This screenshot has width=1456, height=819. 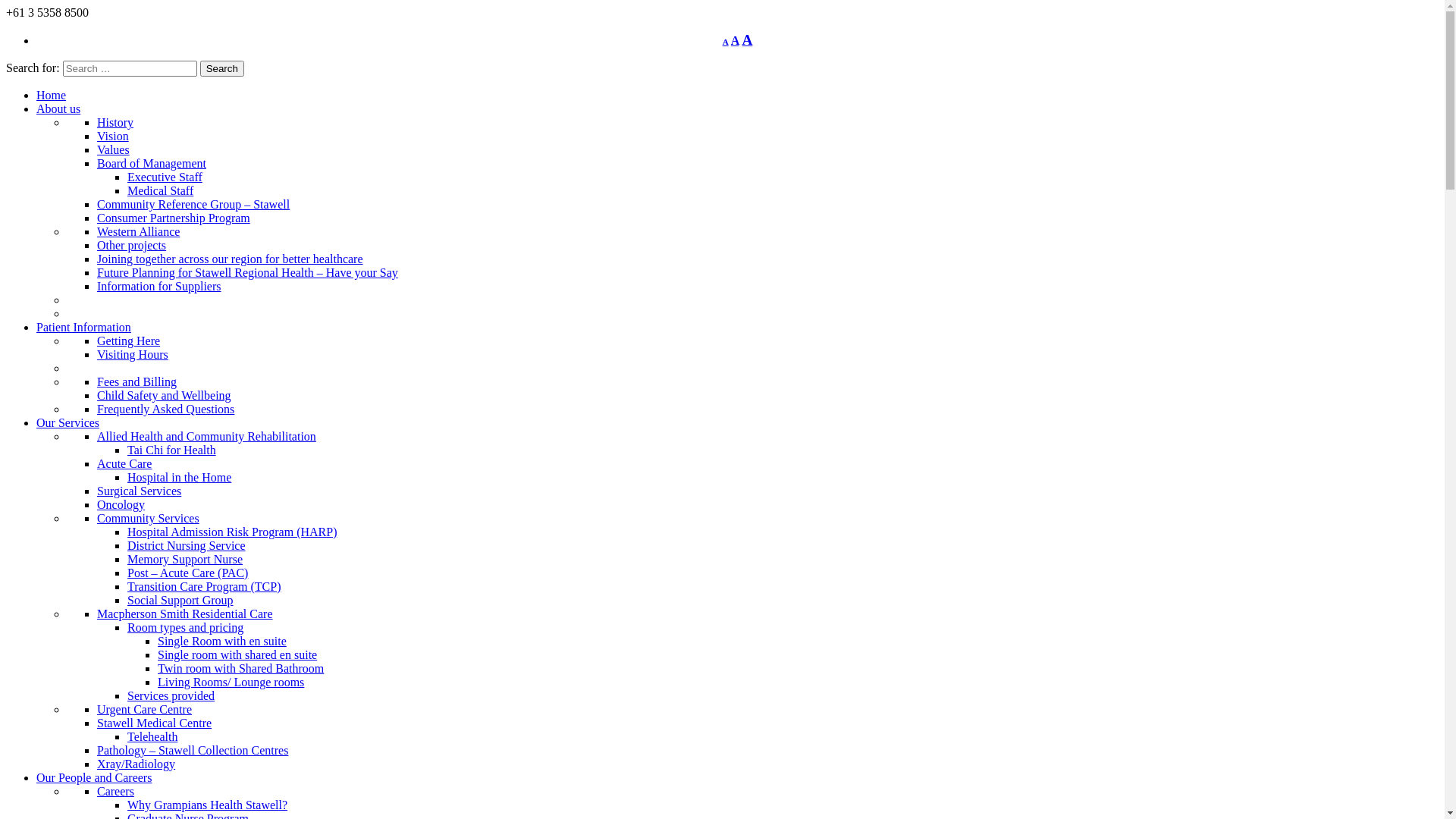 What do you see at coordinates (96, 135) in the screenshot?
I see `'Vision'` at bounding box center [96, 135].